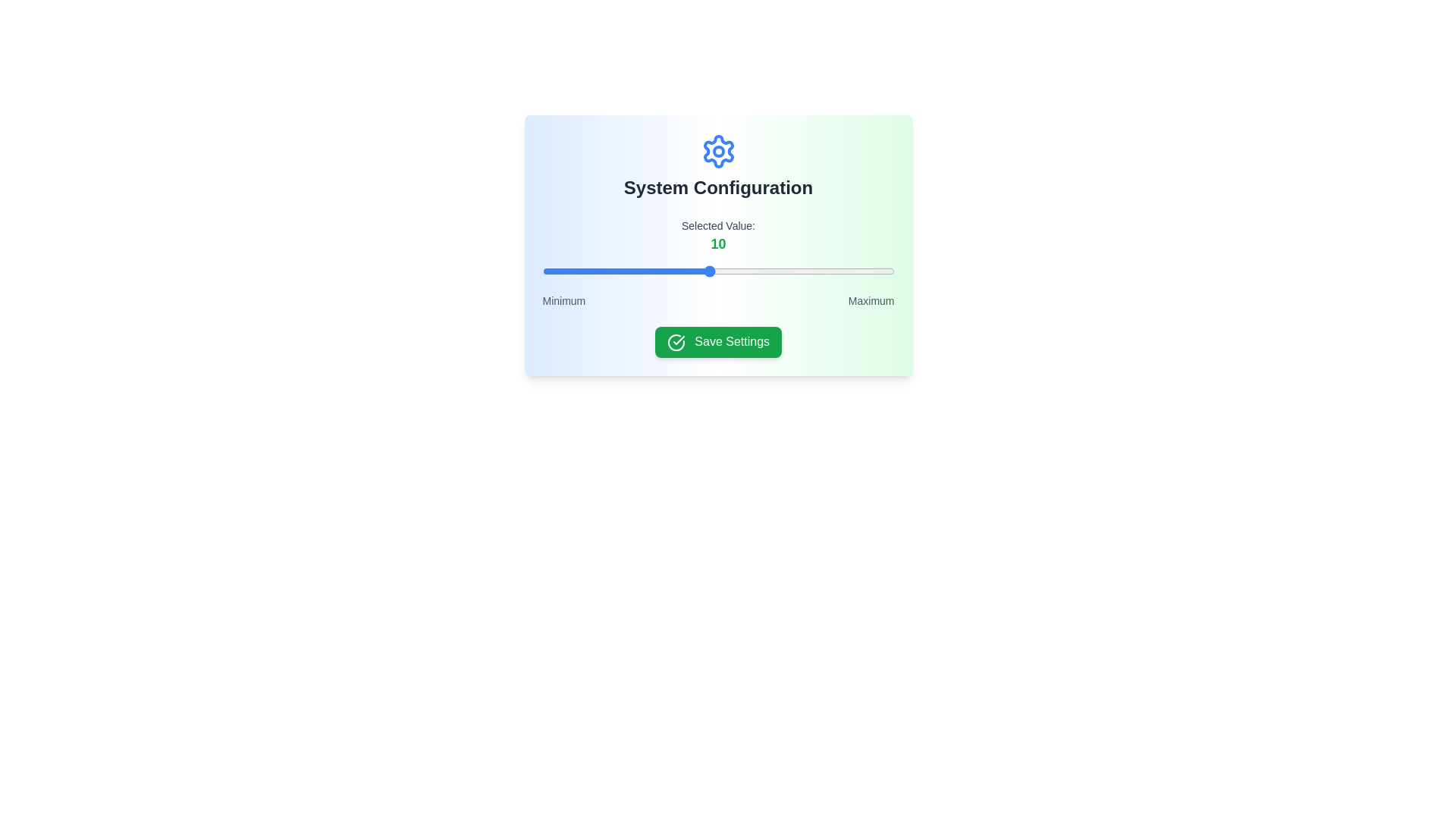 This screenshot has width=1456, height=819. Describe the element at coordinates (635, 271) in the screenshot. I see `the slider to set the value to 6` at that location.